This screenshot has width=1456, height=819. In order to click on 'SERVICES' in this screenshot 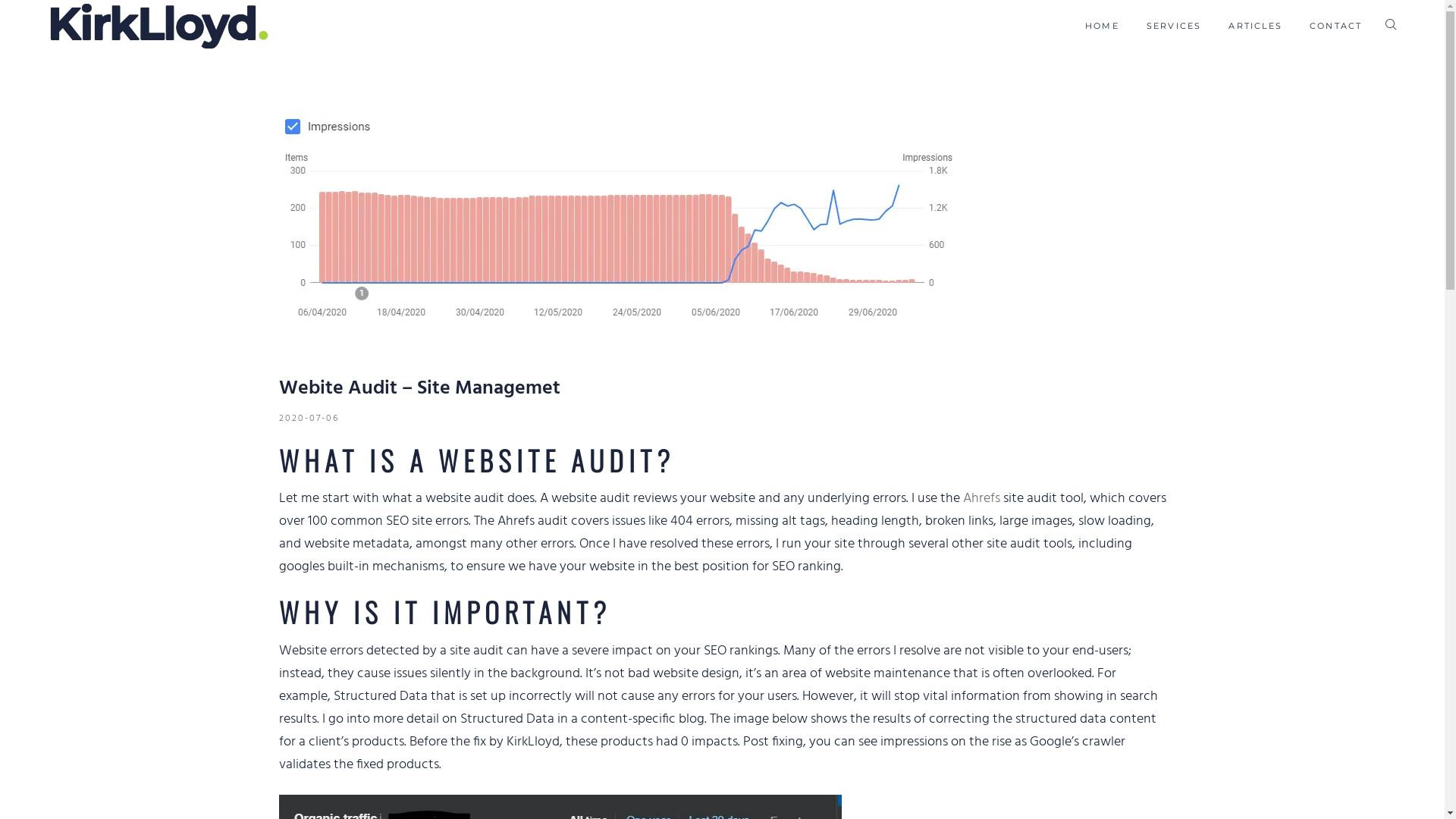, I will do `click(1173, 26)`.